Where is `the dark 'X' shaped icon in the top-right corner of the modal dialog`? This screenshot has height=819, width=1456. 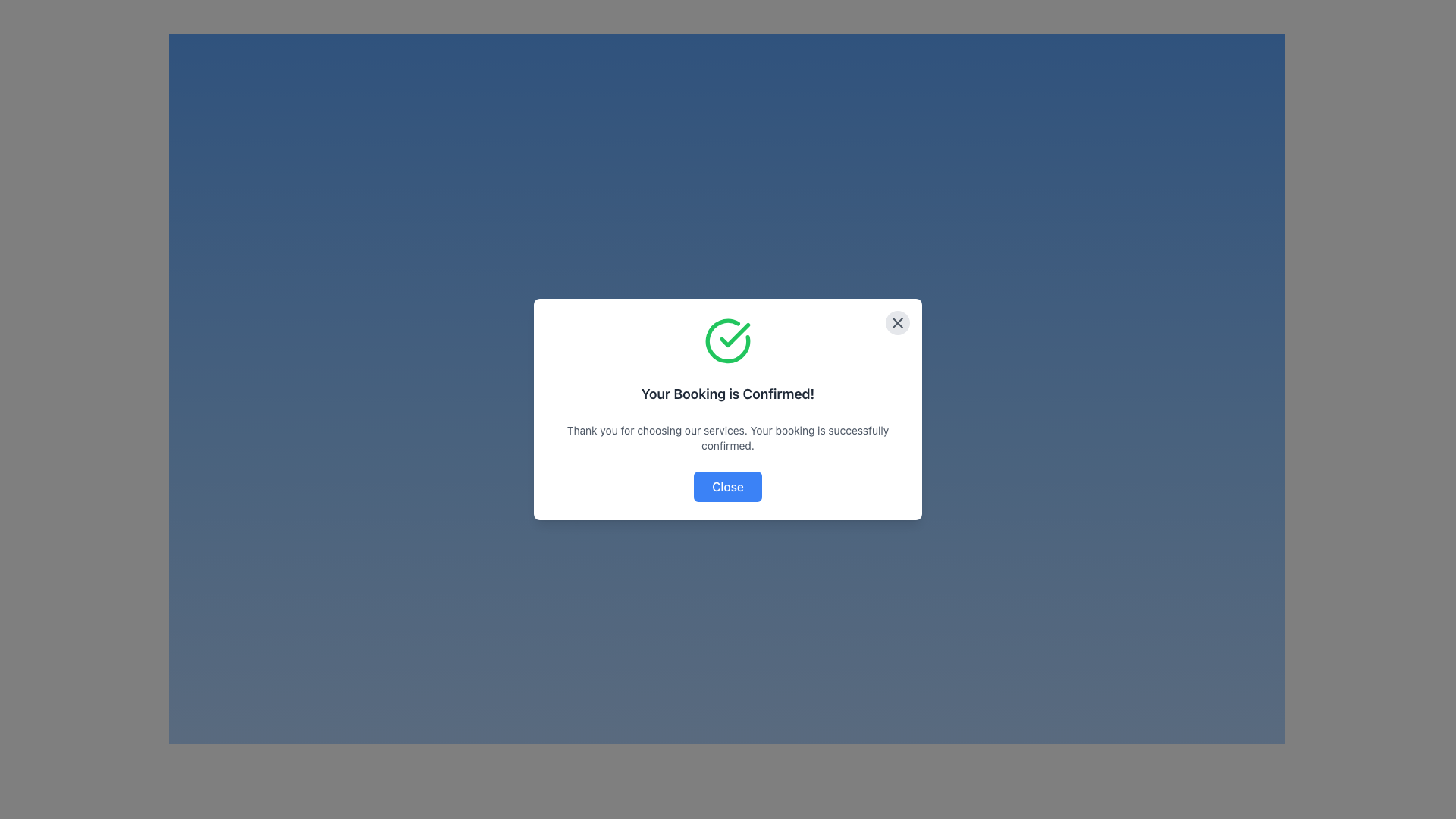 the dark 'X' shaped icon in the top-right corner of the modal dialog is located at coordinates (898, 322).